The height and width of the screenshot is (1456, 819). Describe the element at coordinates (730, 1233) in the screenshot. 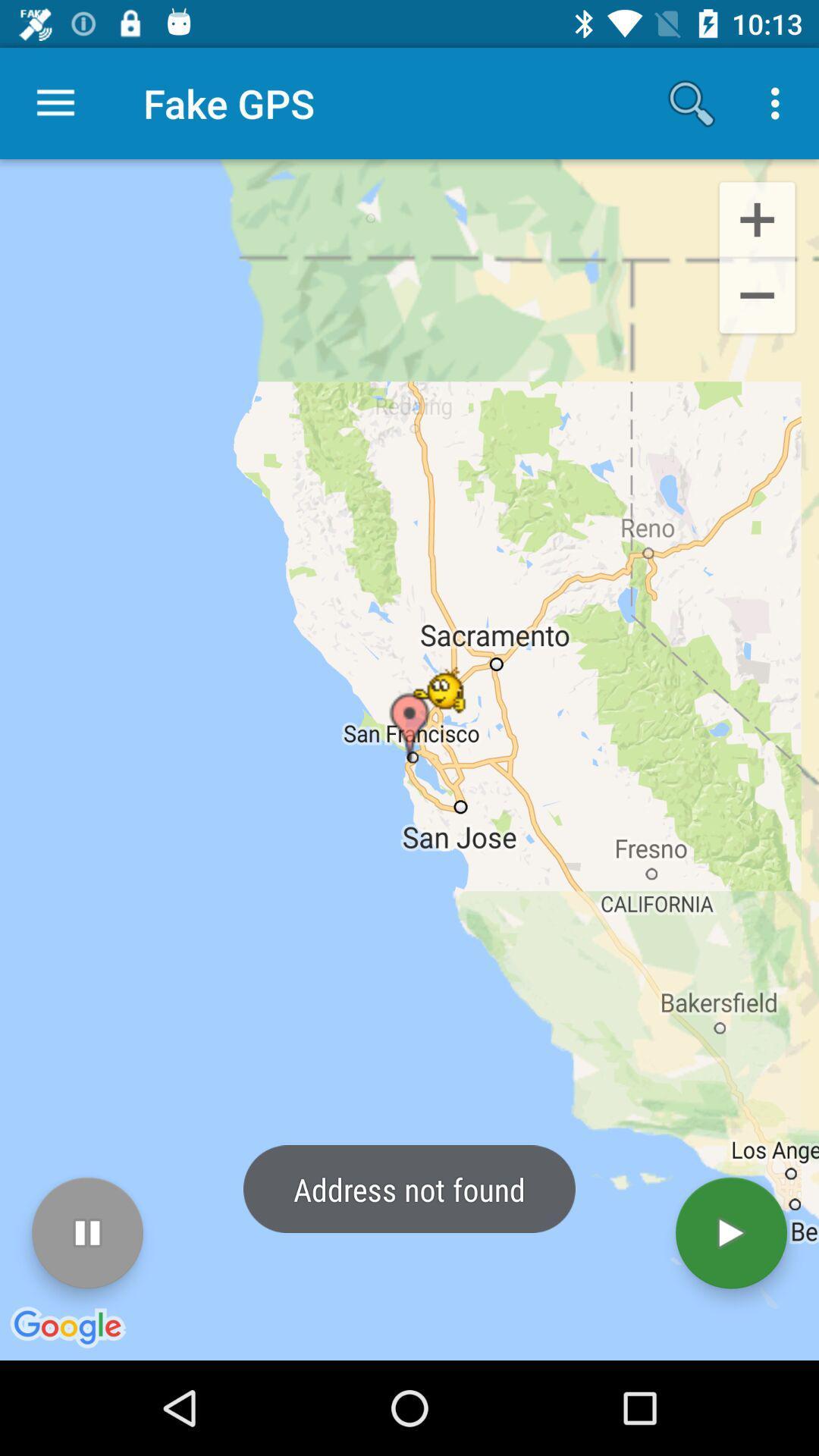

I see `the play icon` at that location.